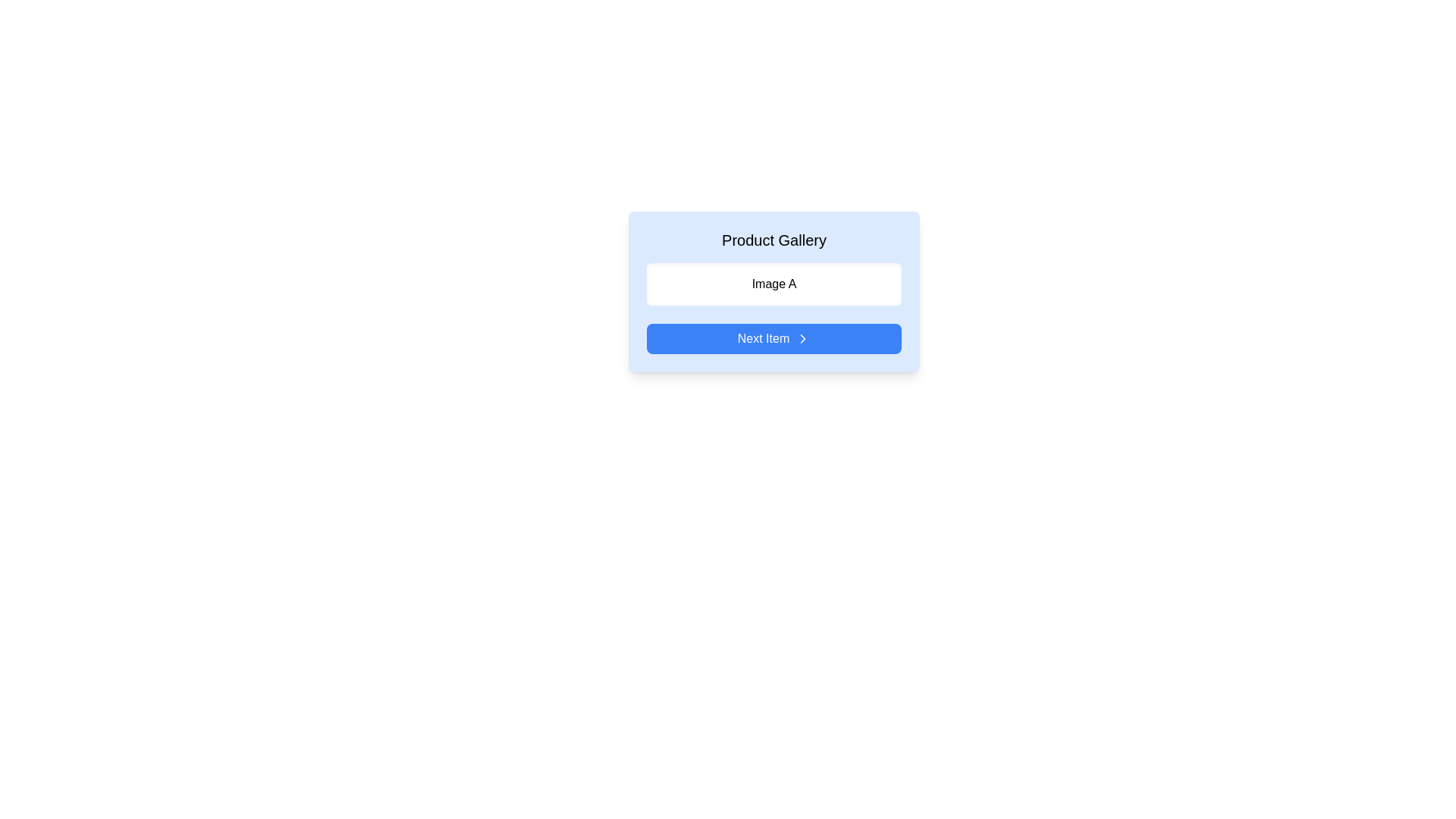 This screenshot has height=819, width=1456. I want to click on the text label that serves as a visual label for 'Image A', located beneath 'Product Gallery' and above the 'Next Item' blue button, so click(774, 284).